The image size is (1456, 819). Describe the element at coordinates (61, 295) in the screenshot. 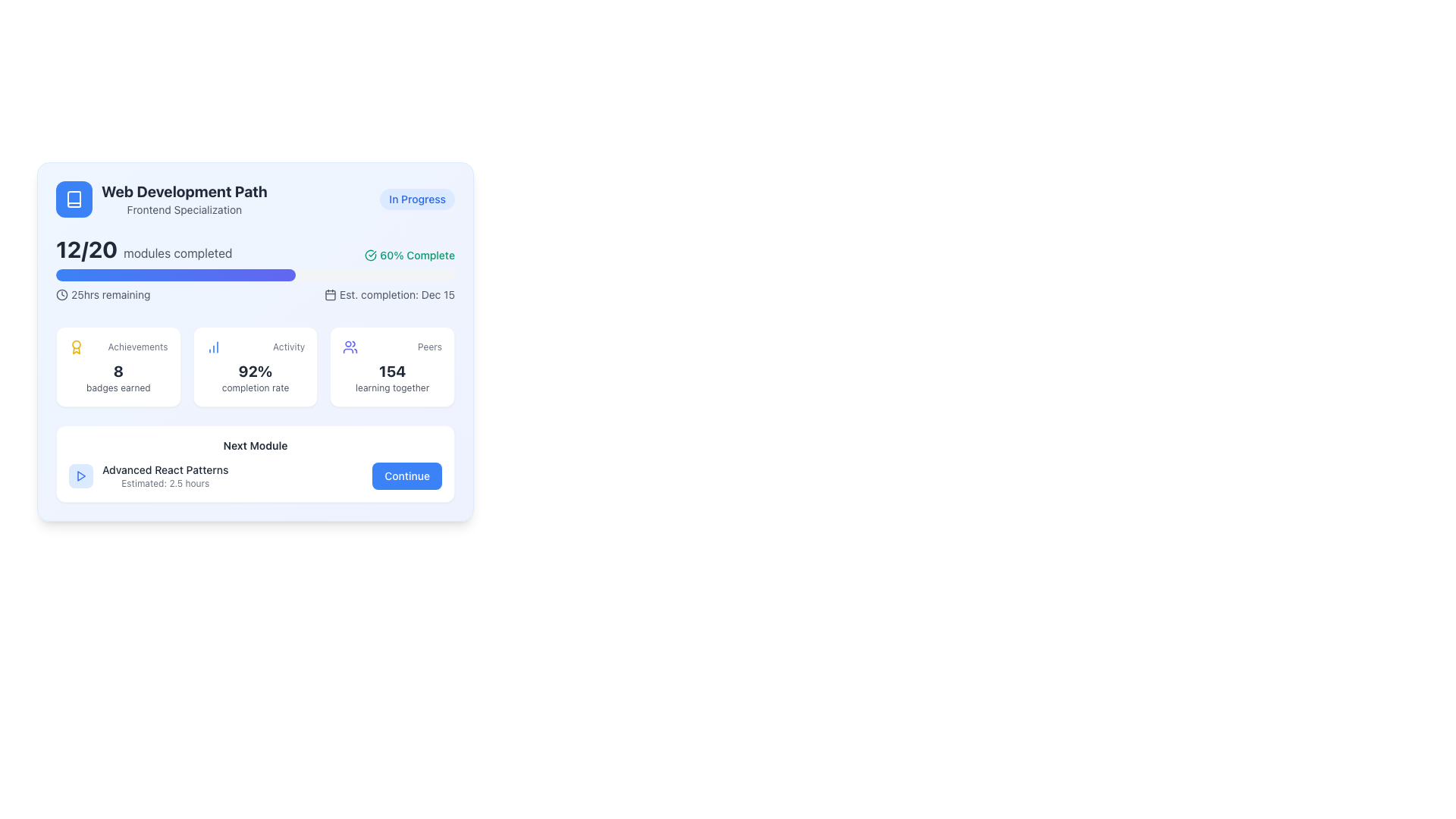

I see `the outlined clock icon located to the left of the text '25hrs remaining'` at that location.